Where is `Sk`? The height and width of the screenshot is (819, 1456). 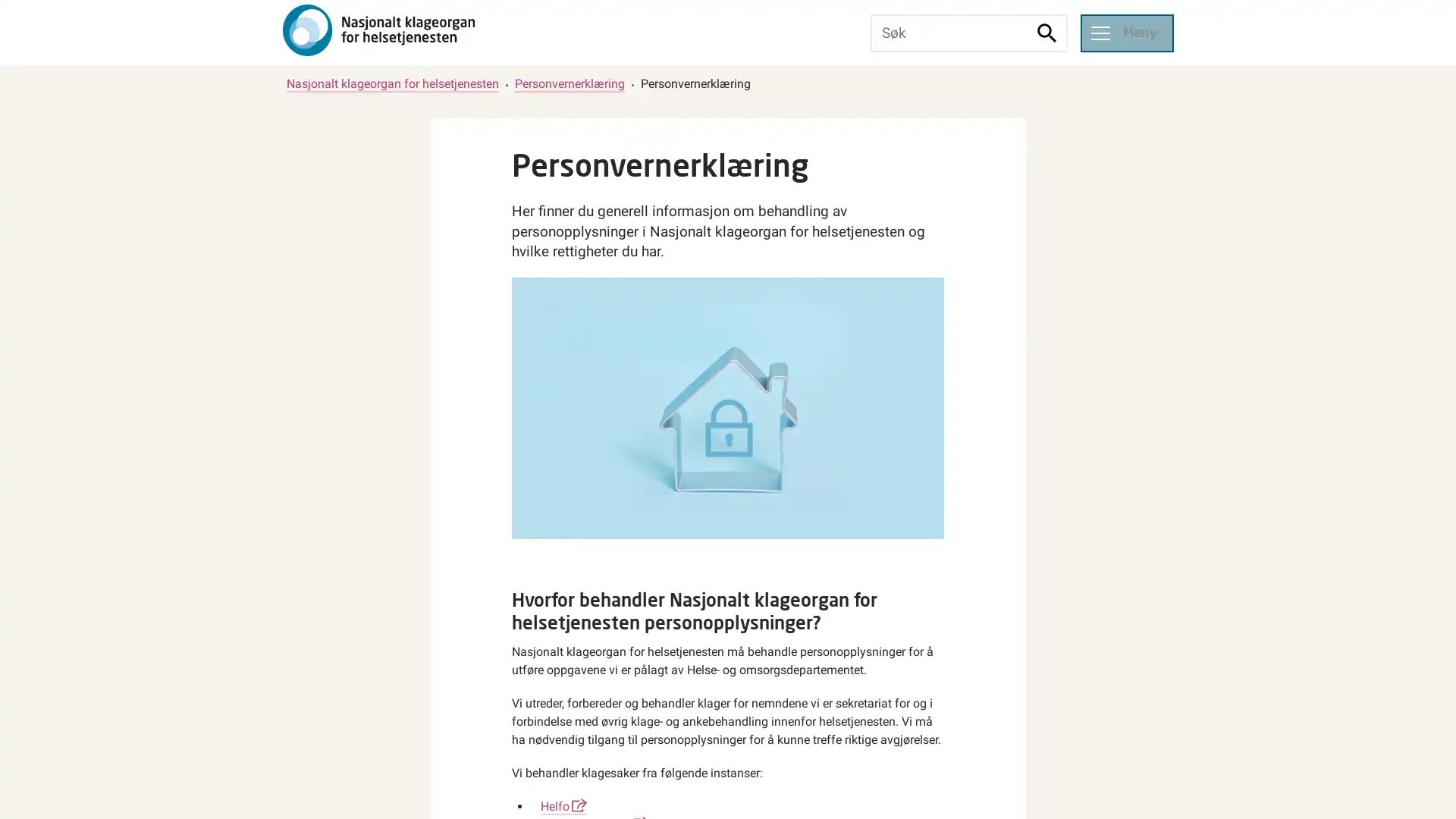
Sk is located at coordinates (1046, 32).